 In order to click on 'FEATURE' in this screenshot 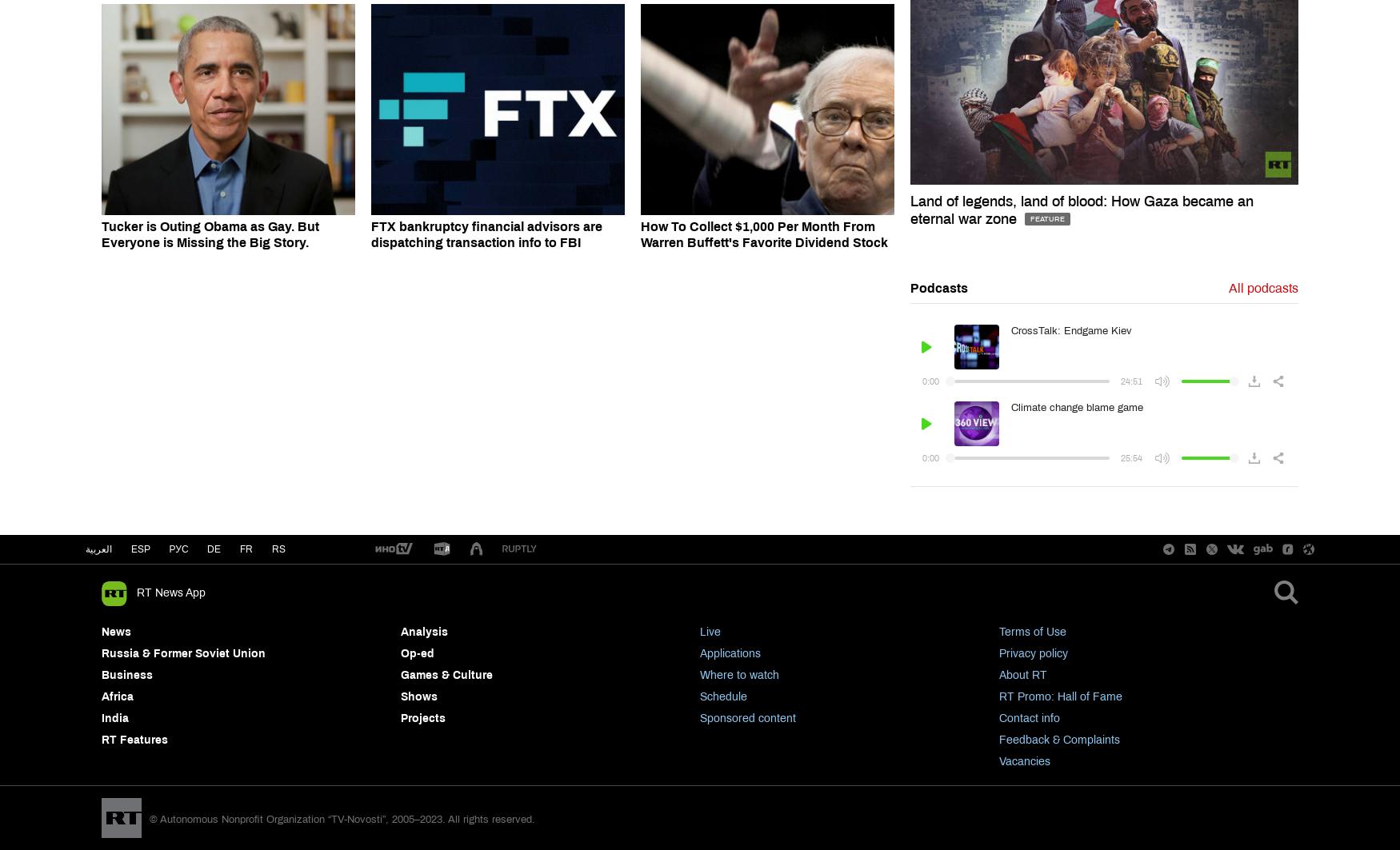, I will do `click(1046, 217)`.